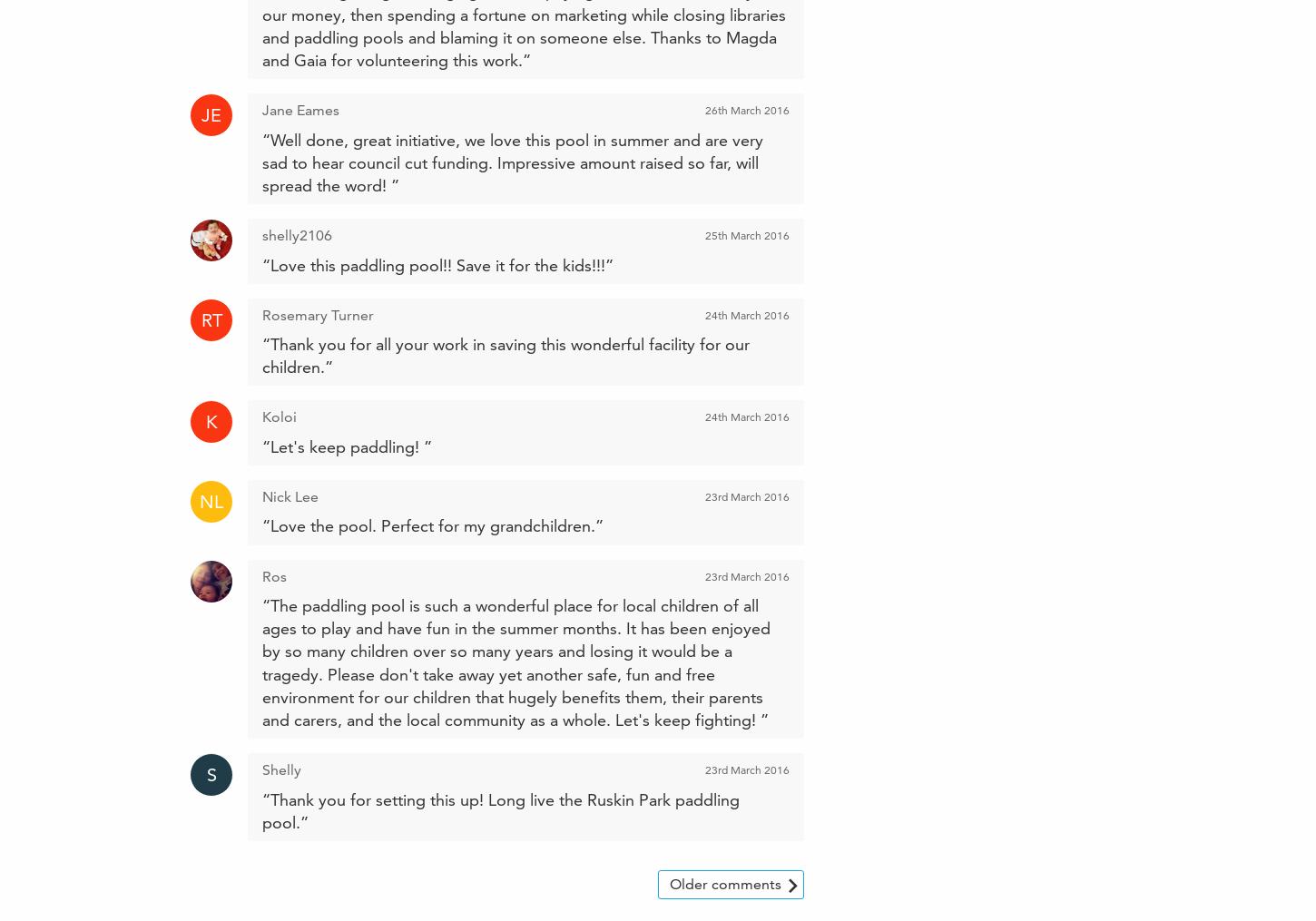 The image size is (1316, 921). Describe the element at coordinates (210, 775) in the screenshot. I see `'S'` at that location.